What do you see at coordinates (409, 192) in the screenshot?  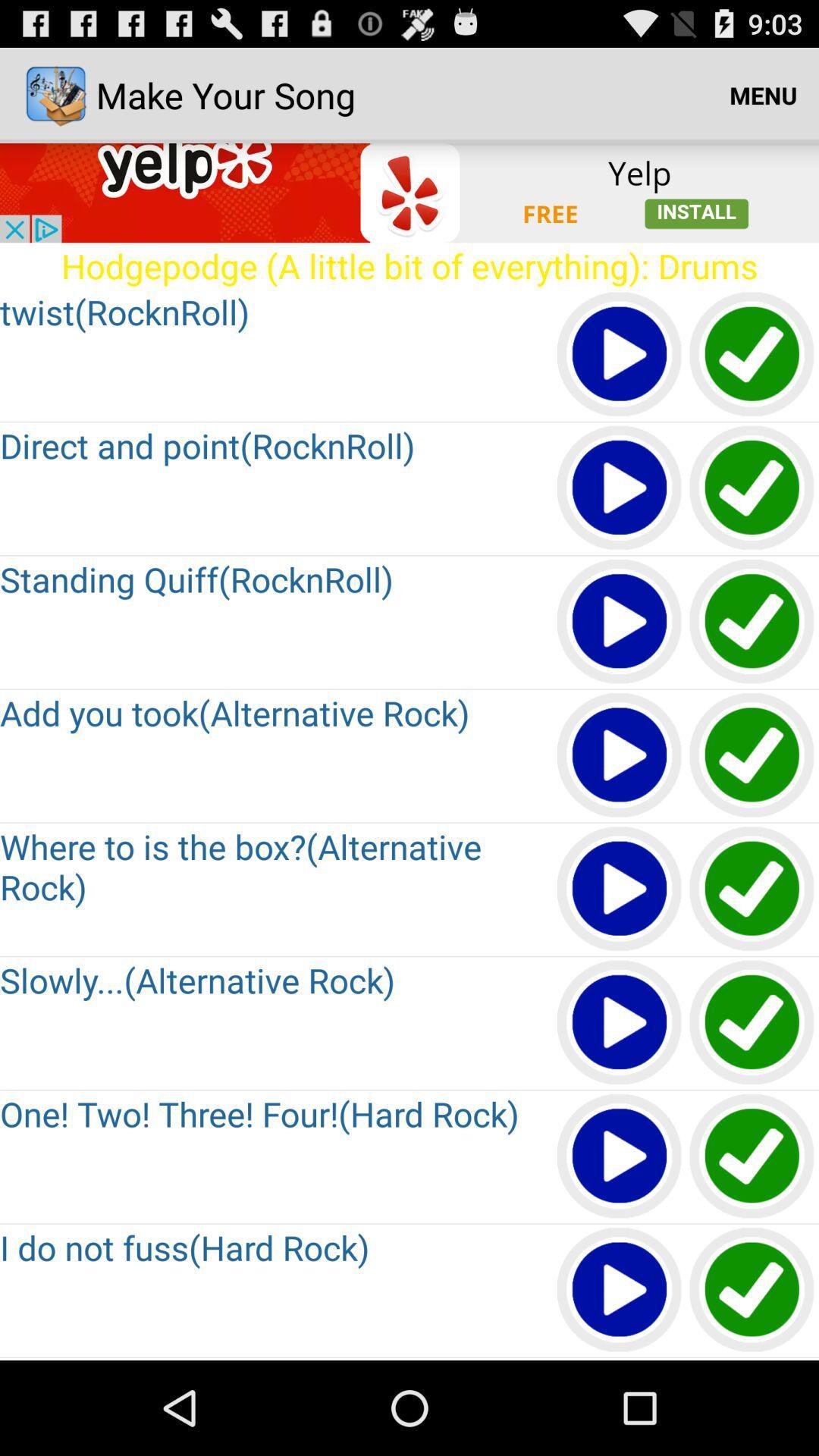 I see `advertisement` at bounding box center [409, 192].